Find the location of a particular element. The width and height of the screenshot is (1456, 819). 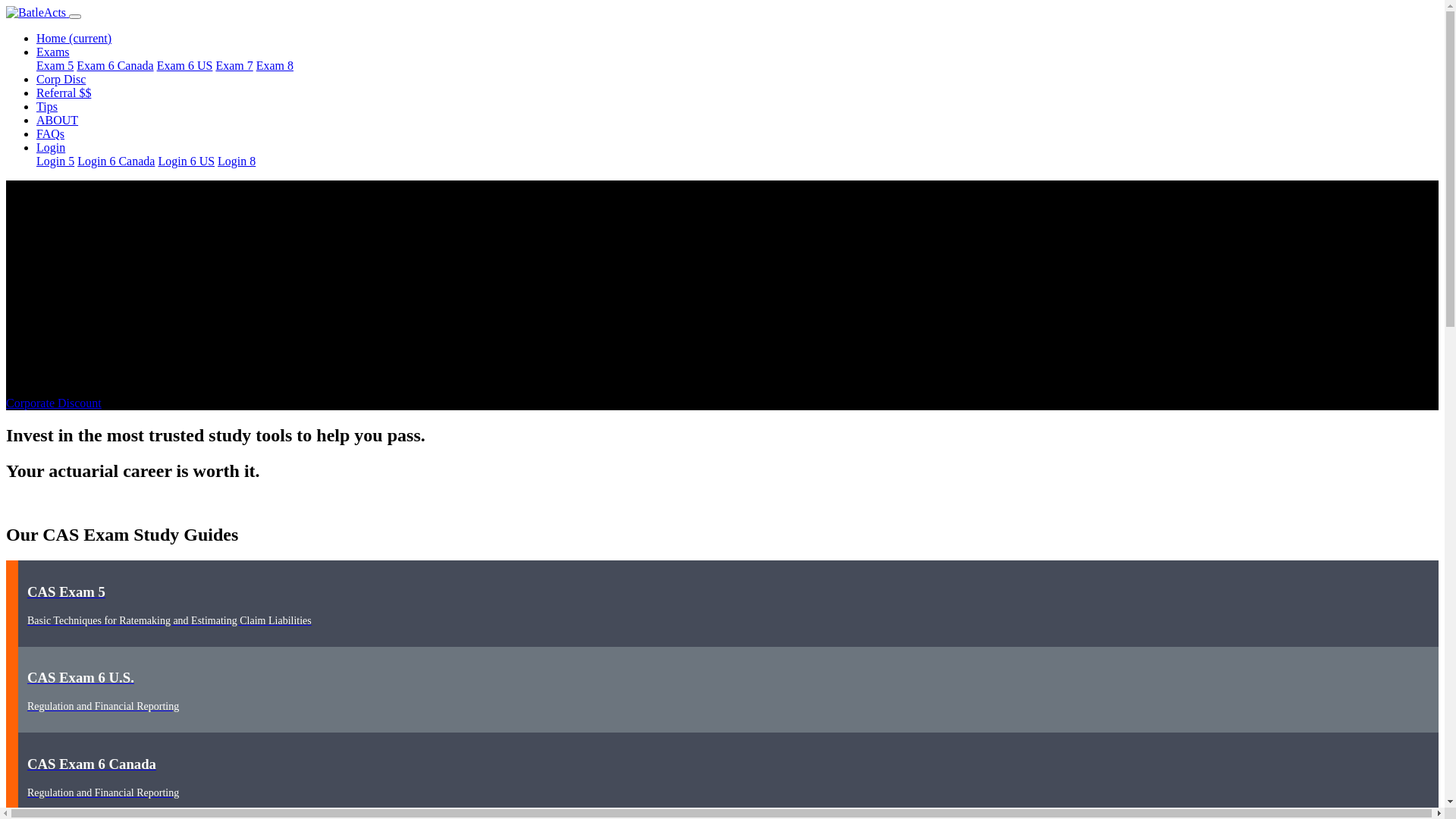

'FAQs' is located at coordinates (36, 133).